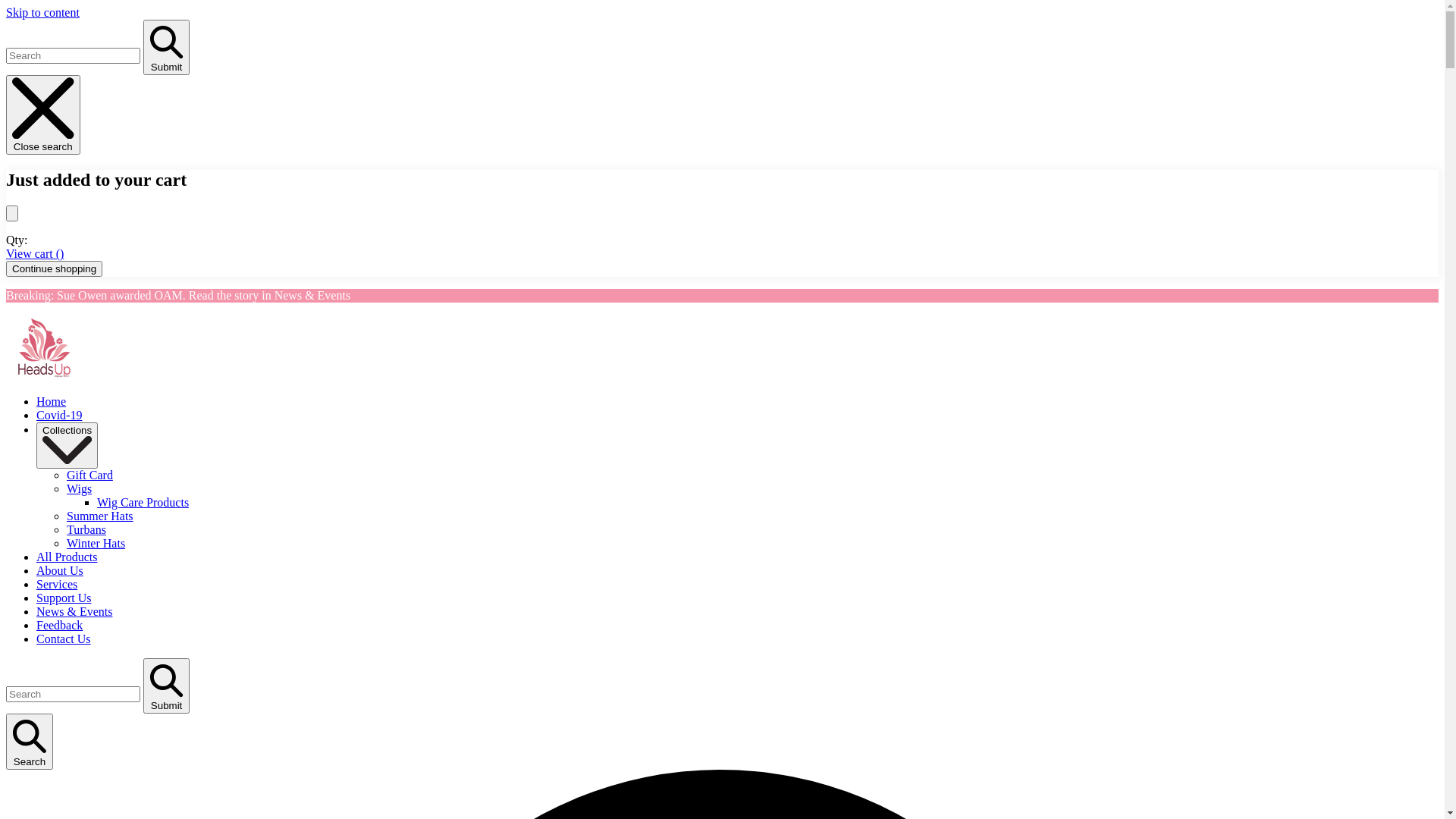 This screenshot has height=819, width=1456. What do you see at coordinates (6, 253) in the screenshot?
I see `'View cart ()'` at bounding box center [6, 253].